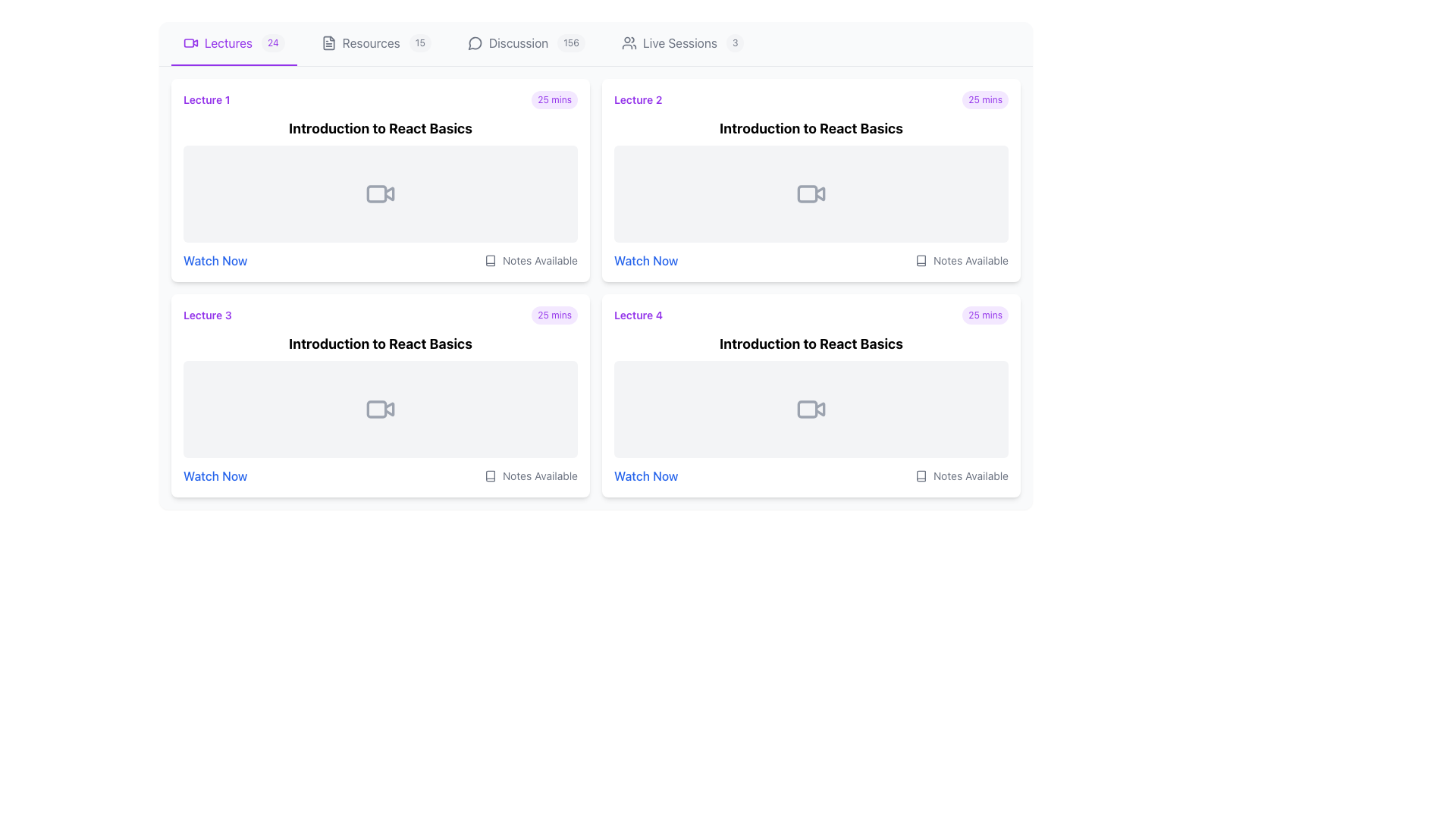 This screenshot has width=1456, height=819. Describe the element at coordinates (819, 193) in the screenshot. I see `the triangular play icon located in the upper-right grid slot of the second lecture card (Lecture 2)` at that location.